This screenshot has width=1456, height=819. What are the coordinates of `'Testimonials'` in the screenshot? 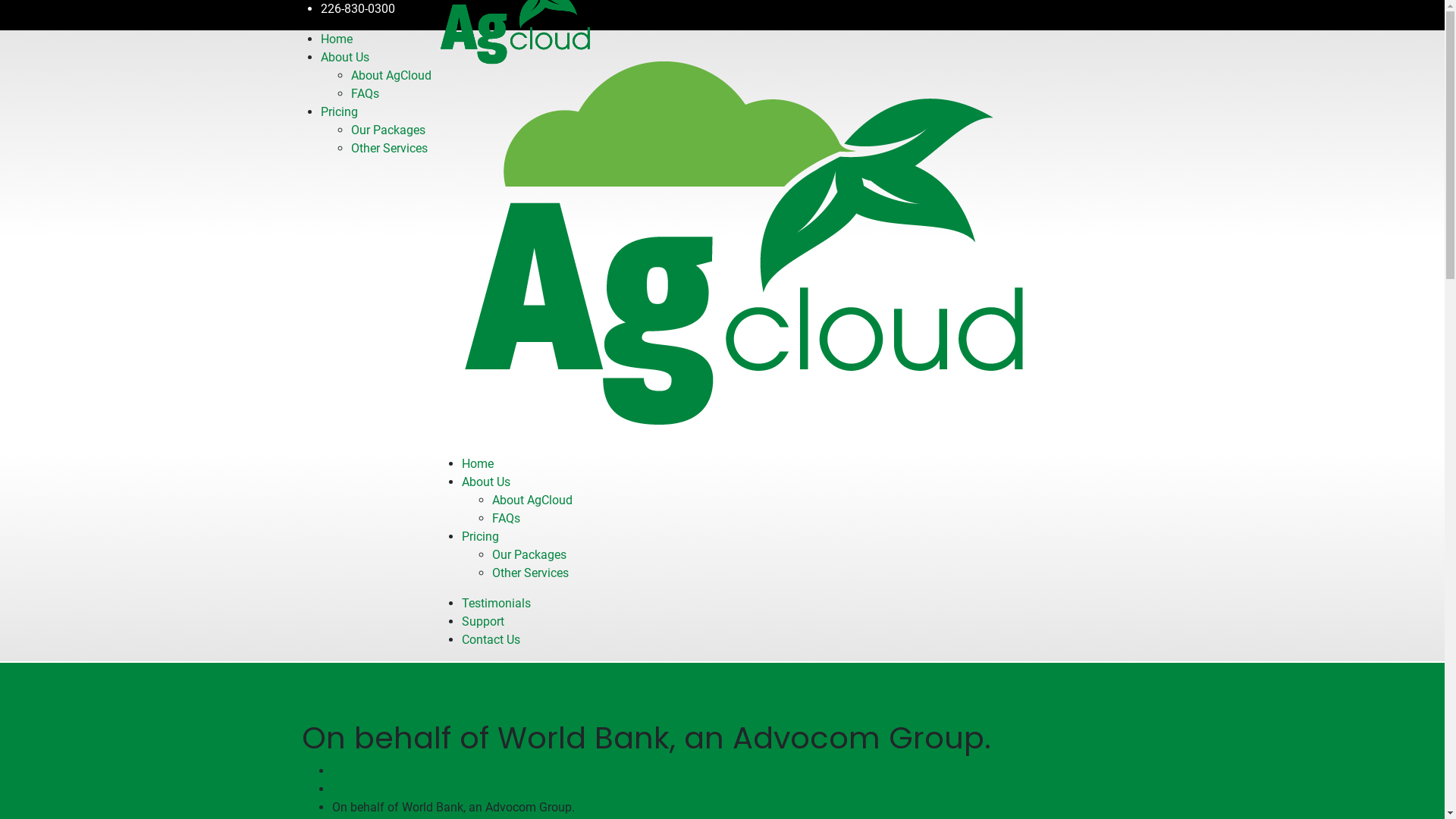 It's located at (495, 602).